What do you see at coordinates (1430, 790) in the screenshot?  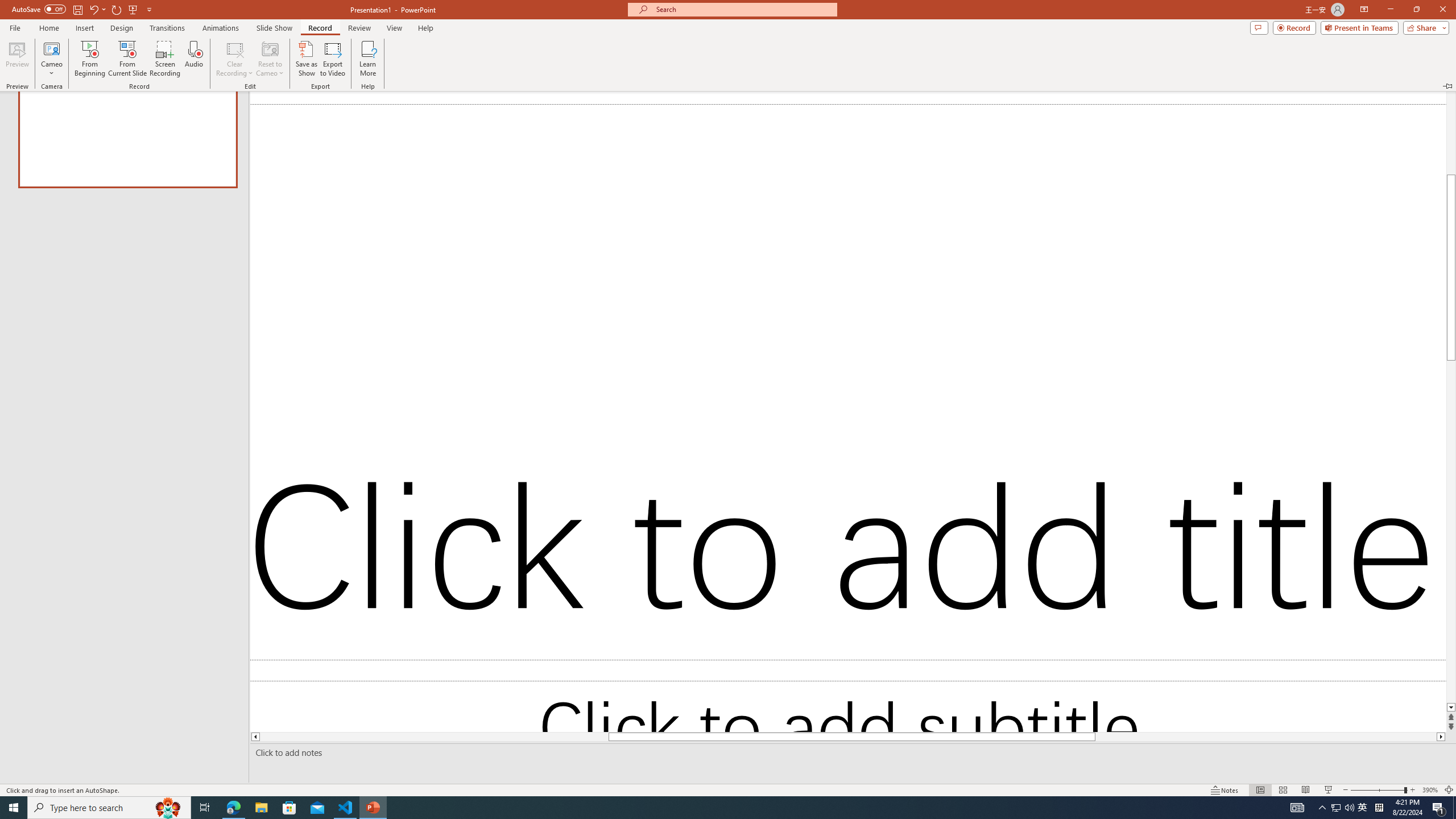 I see `'Zoom 390%'` at bounding box center [1430, 790].